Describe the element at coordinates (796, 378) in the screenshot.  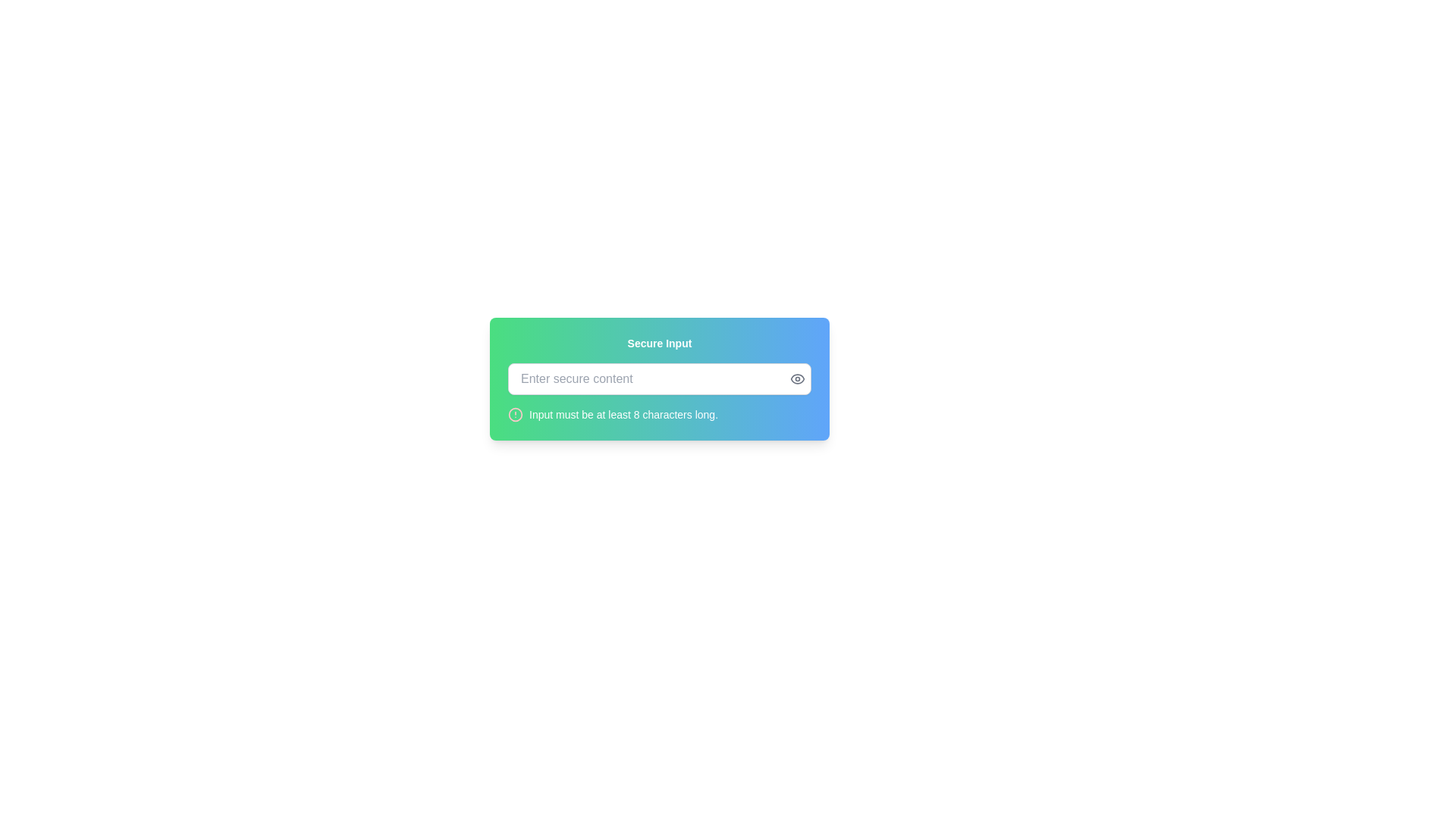
I see `the eye-shaped visibility toggle button, which is styled in gray and located at the far right of the password input field` at that location.